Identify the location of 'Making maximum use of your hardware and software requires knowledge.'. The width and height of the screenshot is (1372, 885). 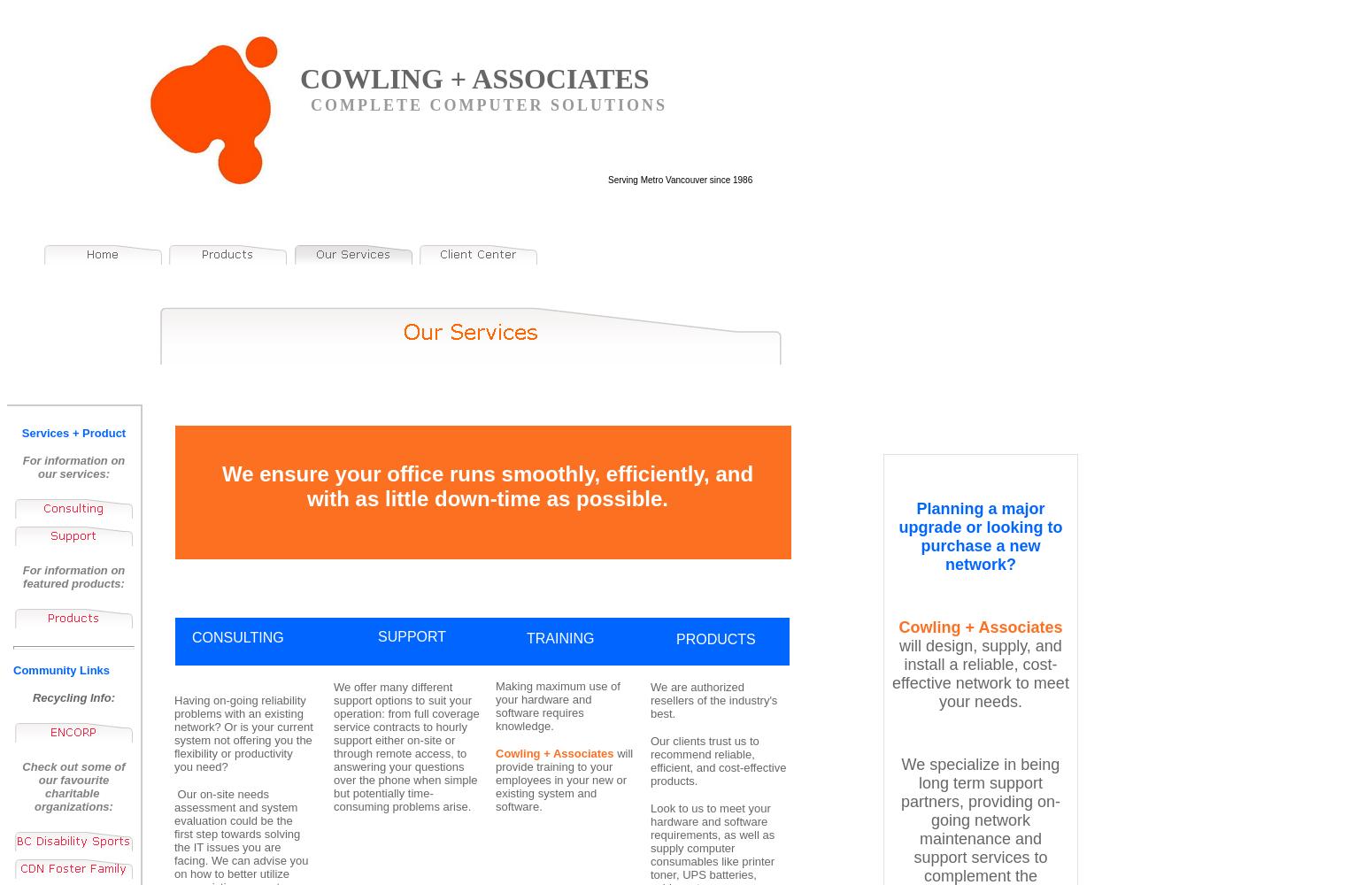
(557, 706).